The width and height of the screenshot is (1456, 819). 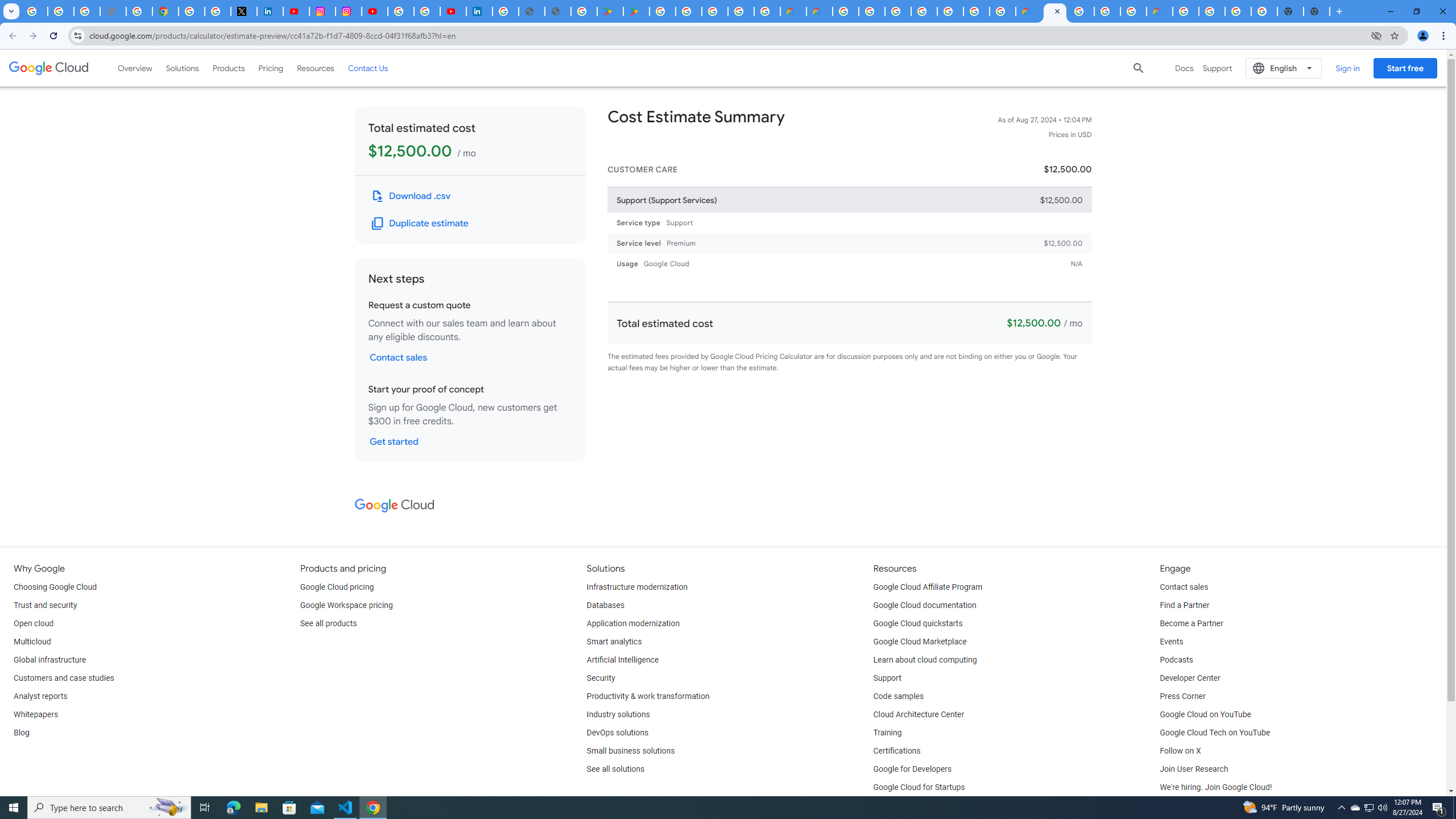 I want to click on 'Google Cloud documentation', so click(x=925, y=605).